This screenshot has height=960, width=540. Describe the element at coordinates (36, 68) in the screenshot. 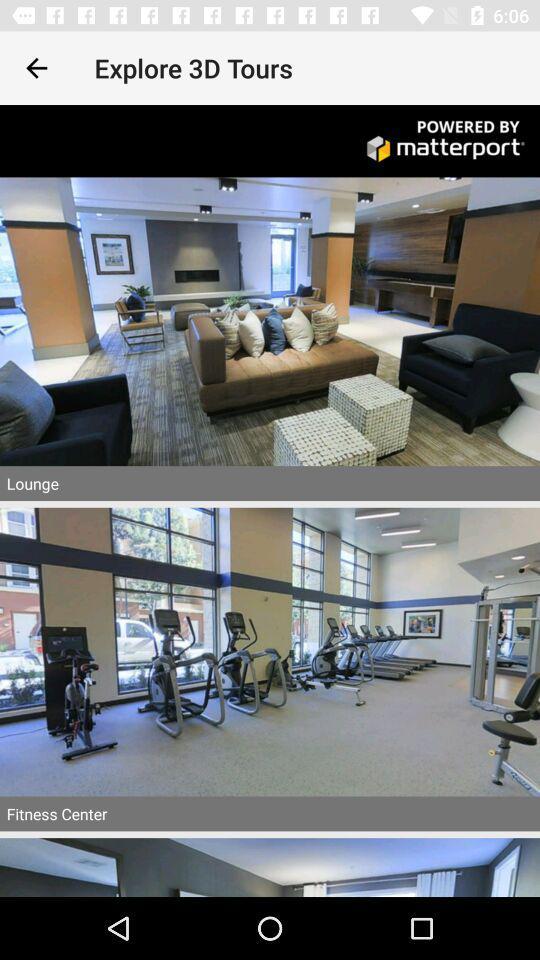

I see `go back` at that location.